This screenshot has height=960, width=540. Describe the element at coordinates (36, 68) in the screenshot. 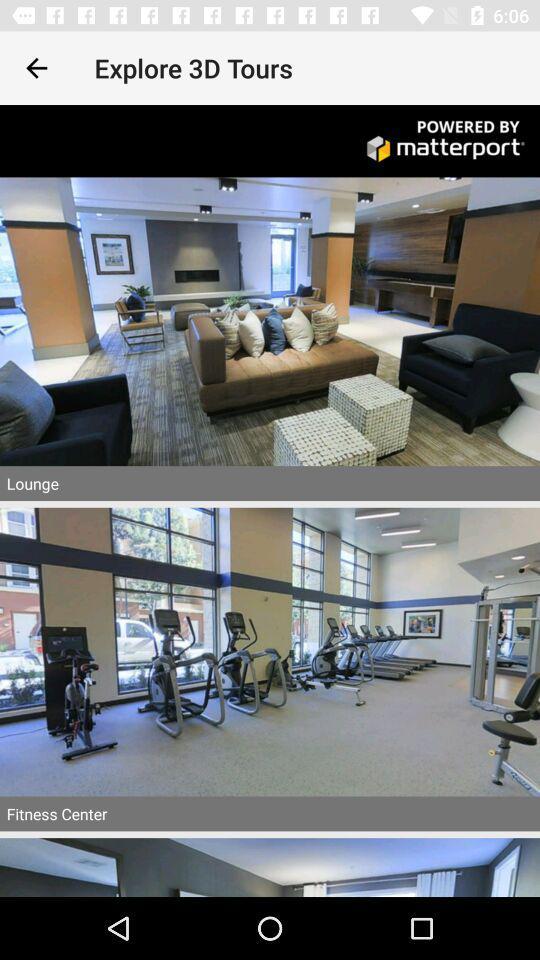

I see `go back` at that location.